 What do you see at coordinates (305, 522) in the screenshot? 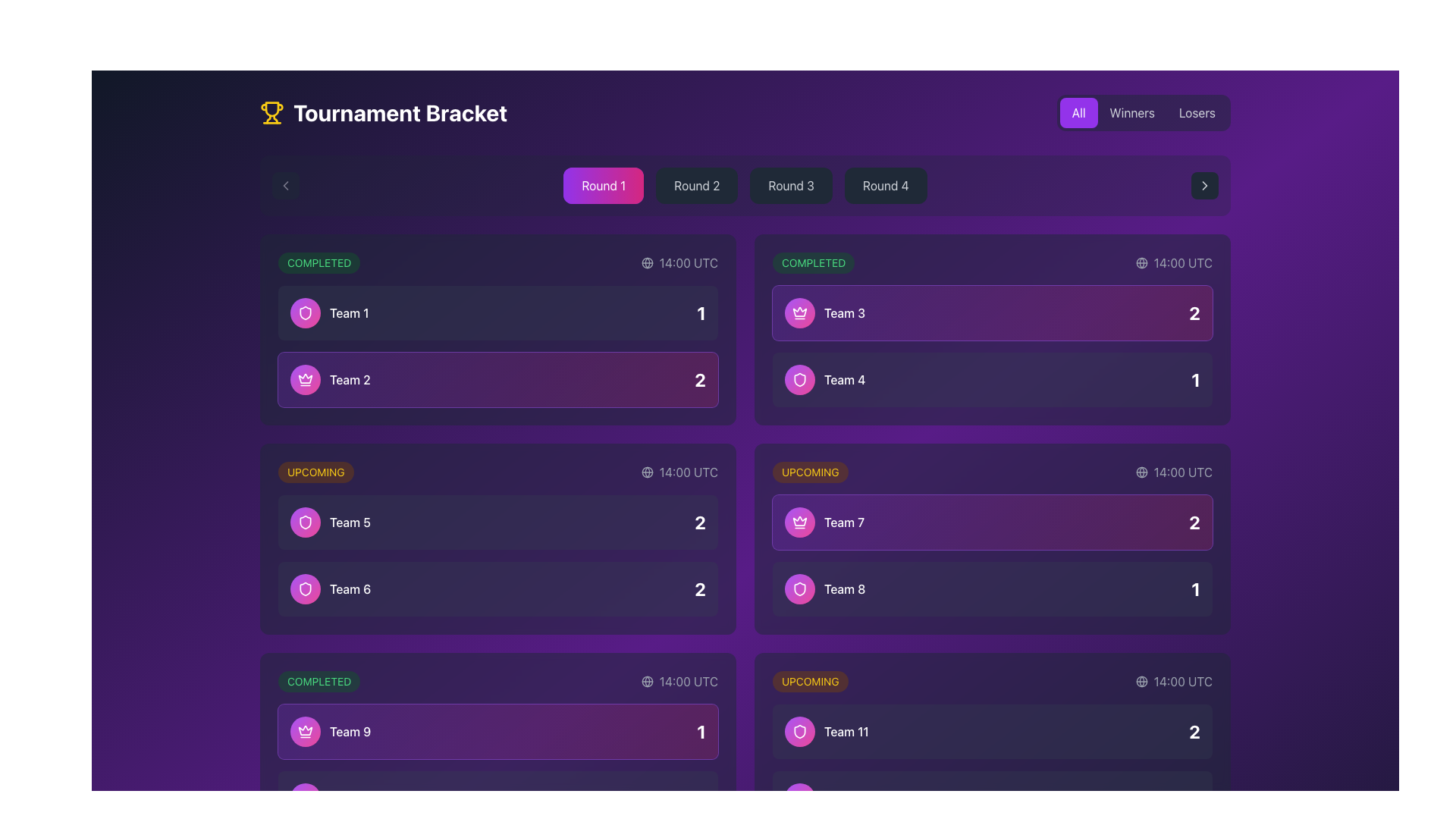
I see `the shield-shaped vector icon with a white outline, located within the purple circular background, above the text 'Team 6,'` at bounding box center [305, 522].